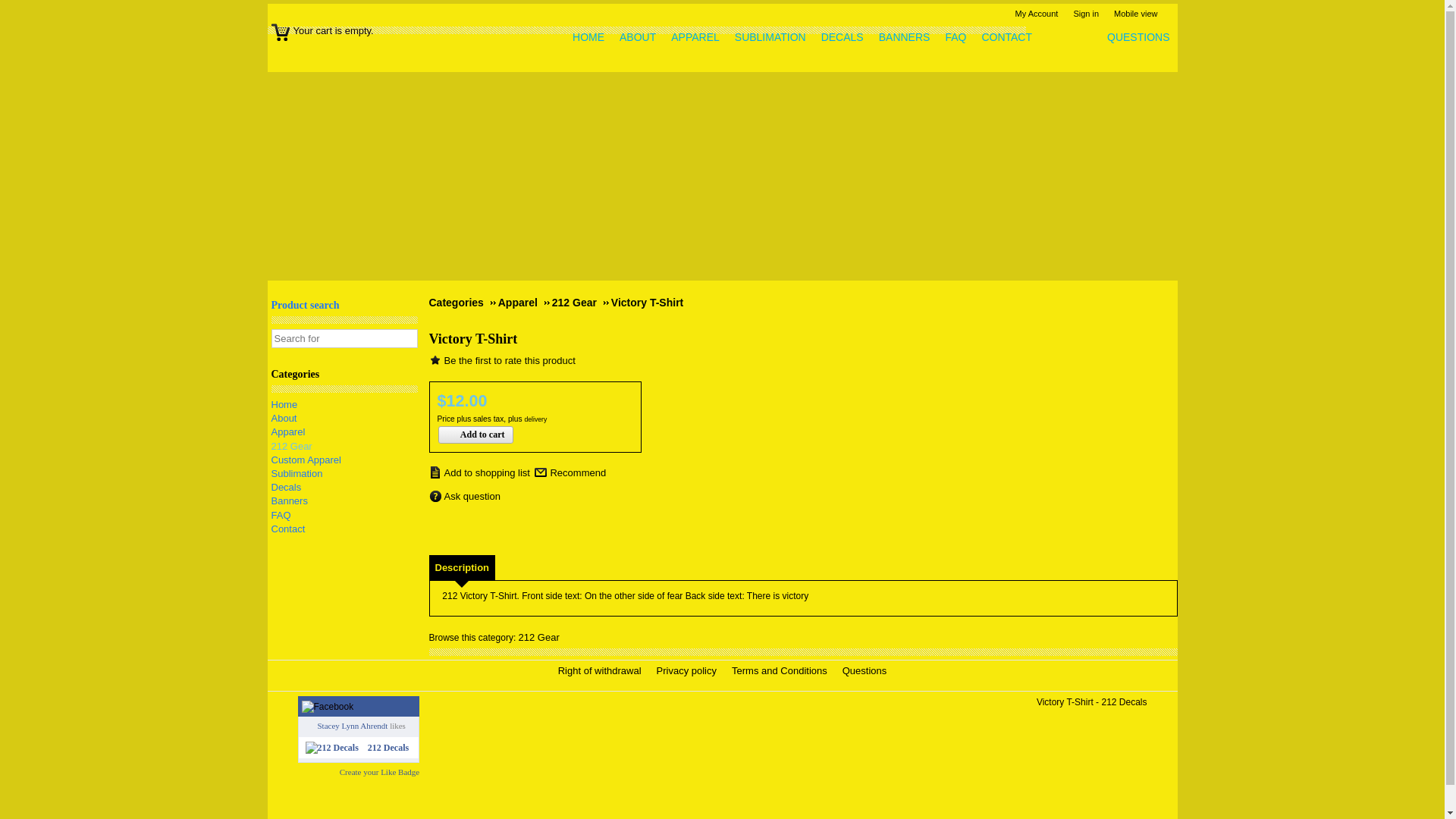 The height and width of the screenshot is (819, 1456). Describe the element at coordinates (1040, 14) in the screenshot. I see `'My Account'` at that location.